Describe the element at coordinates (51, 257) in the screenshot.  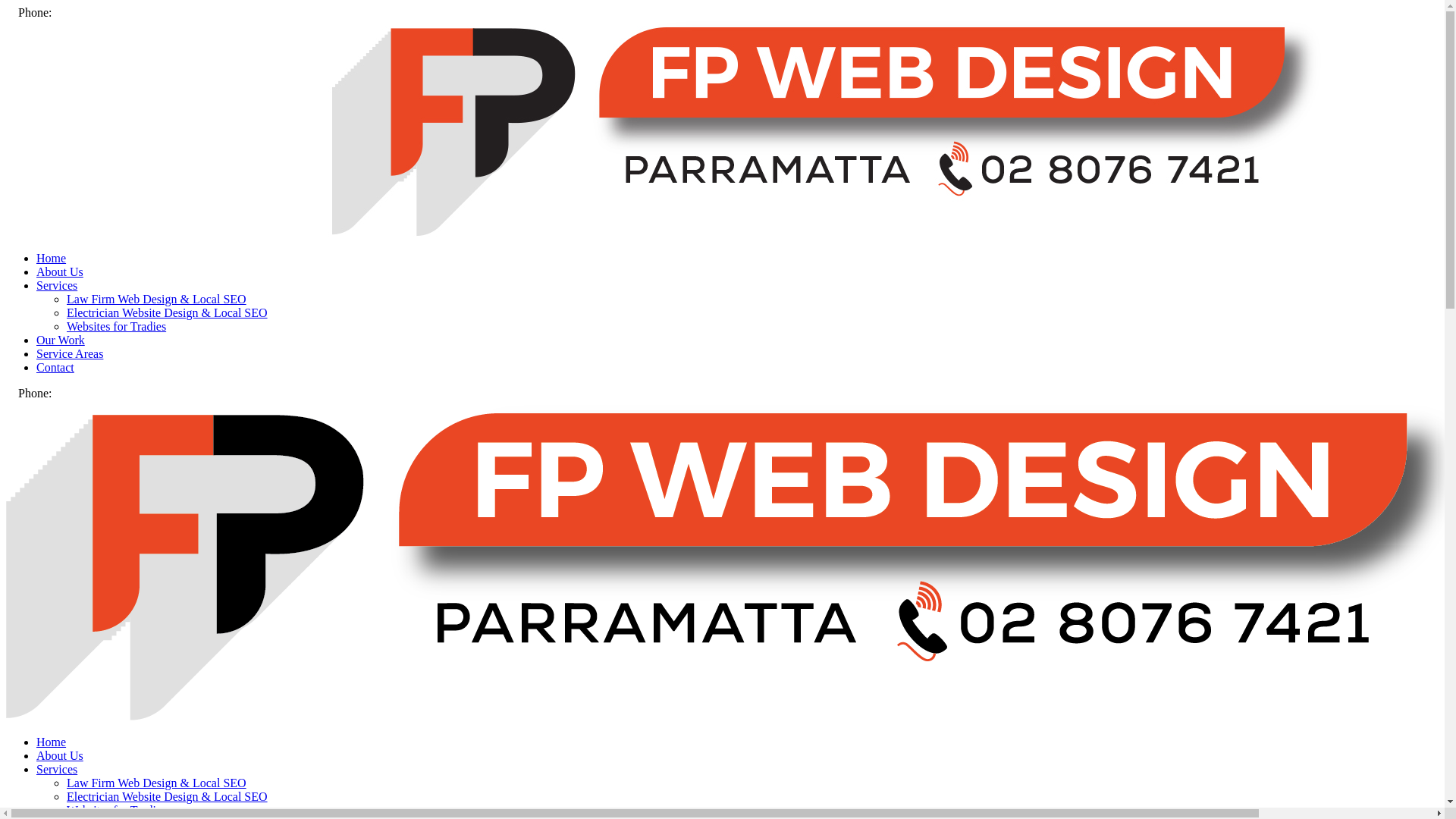
I see `'Home'` at that location.